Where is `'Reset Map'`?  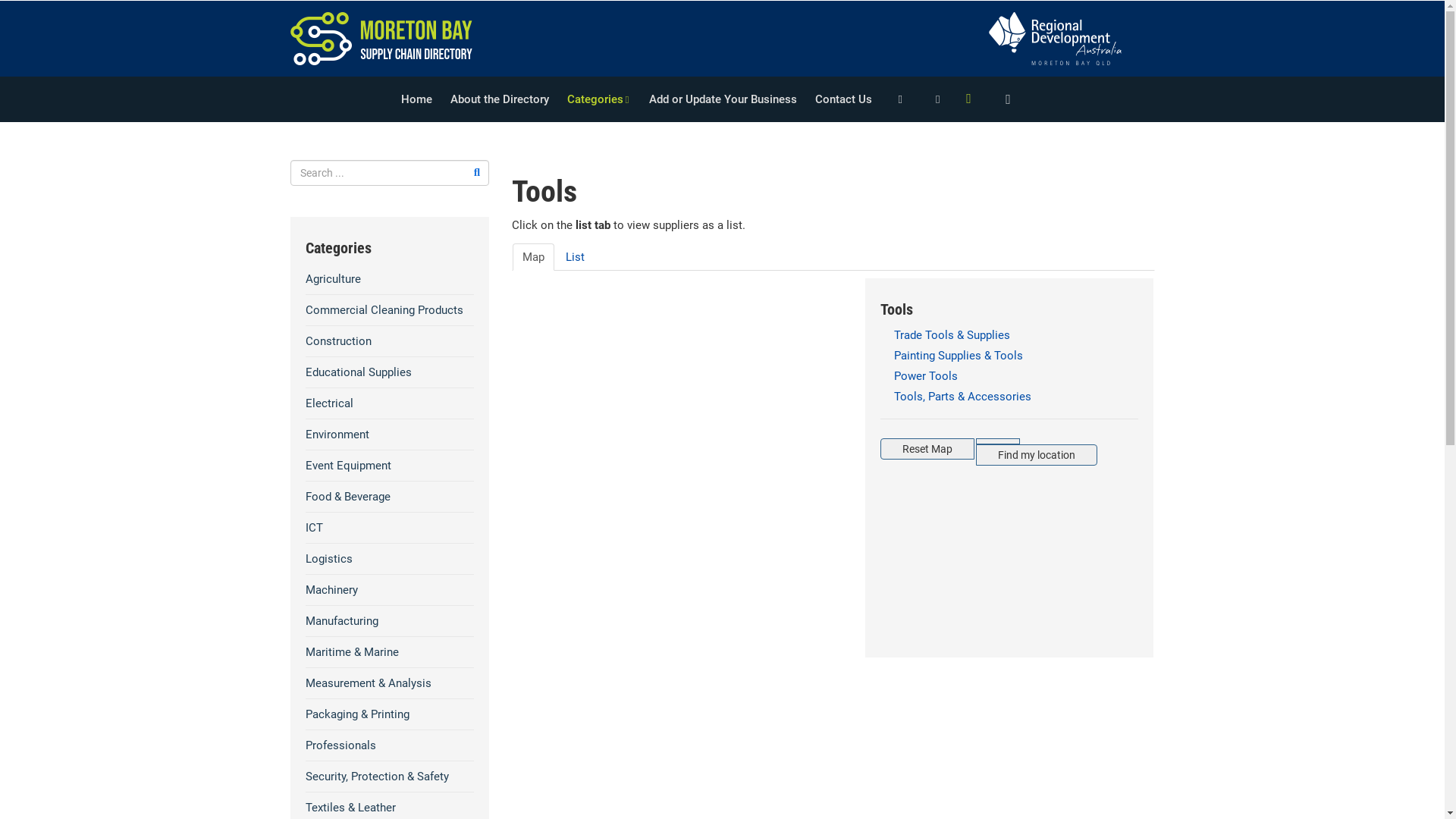
'Reset Map' is located at coordinates (927, 447).